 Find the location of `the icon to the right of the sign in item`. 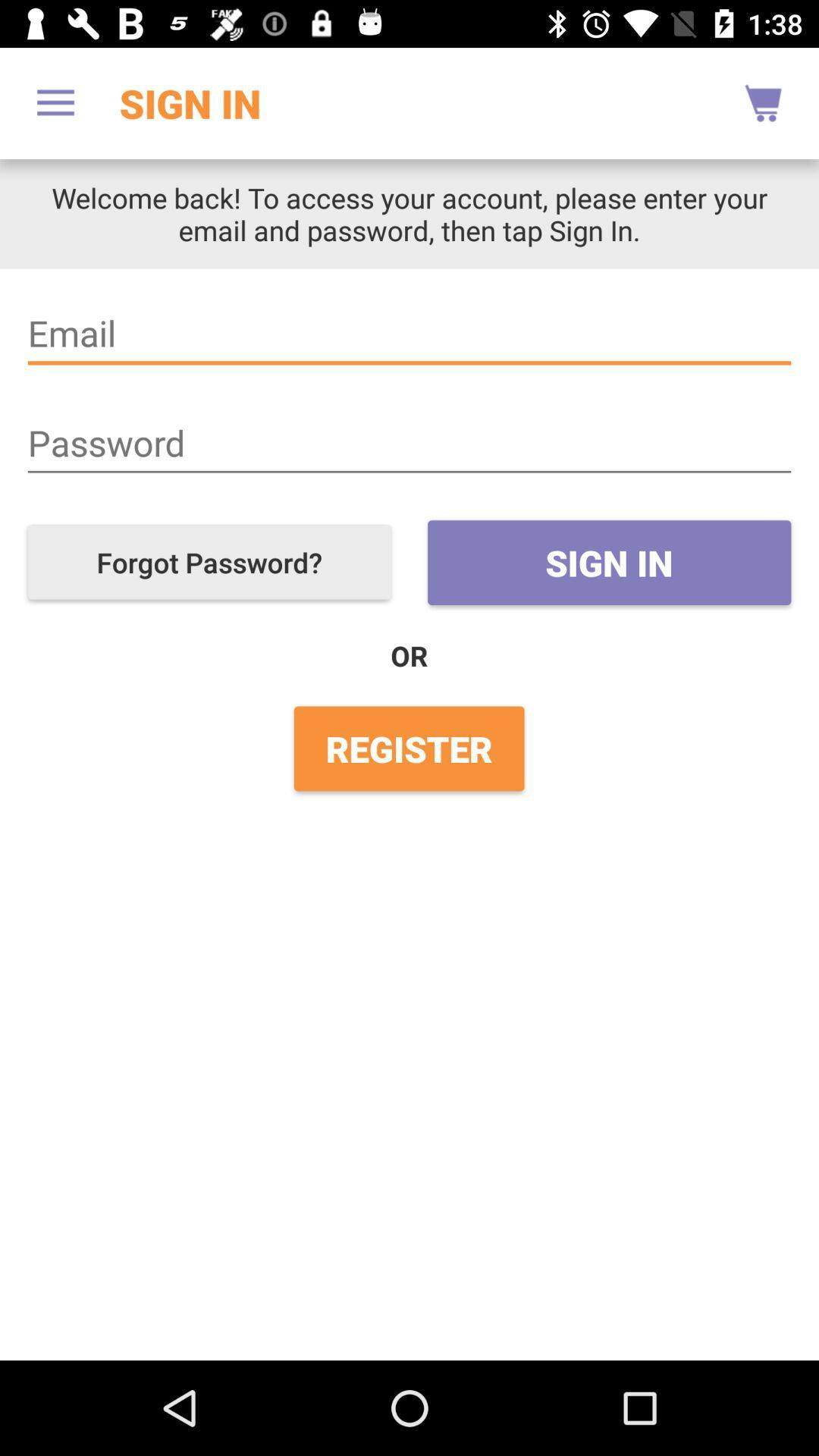

the icon to the right of the sign in item is located at coordinates (763, 102).